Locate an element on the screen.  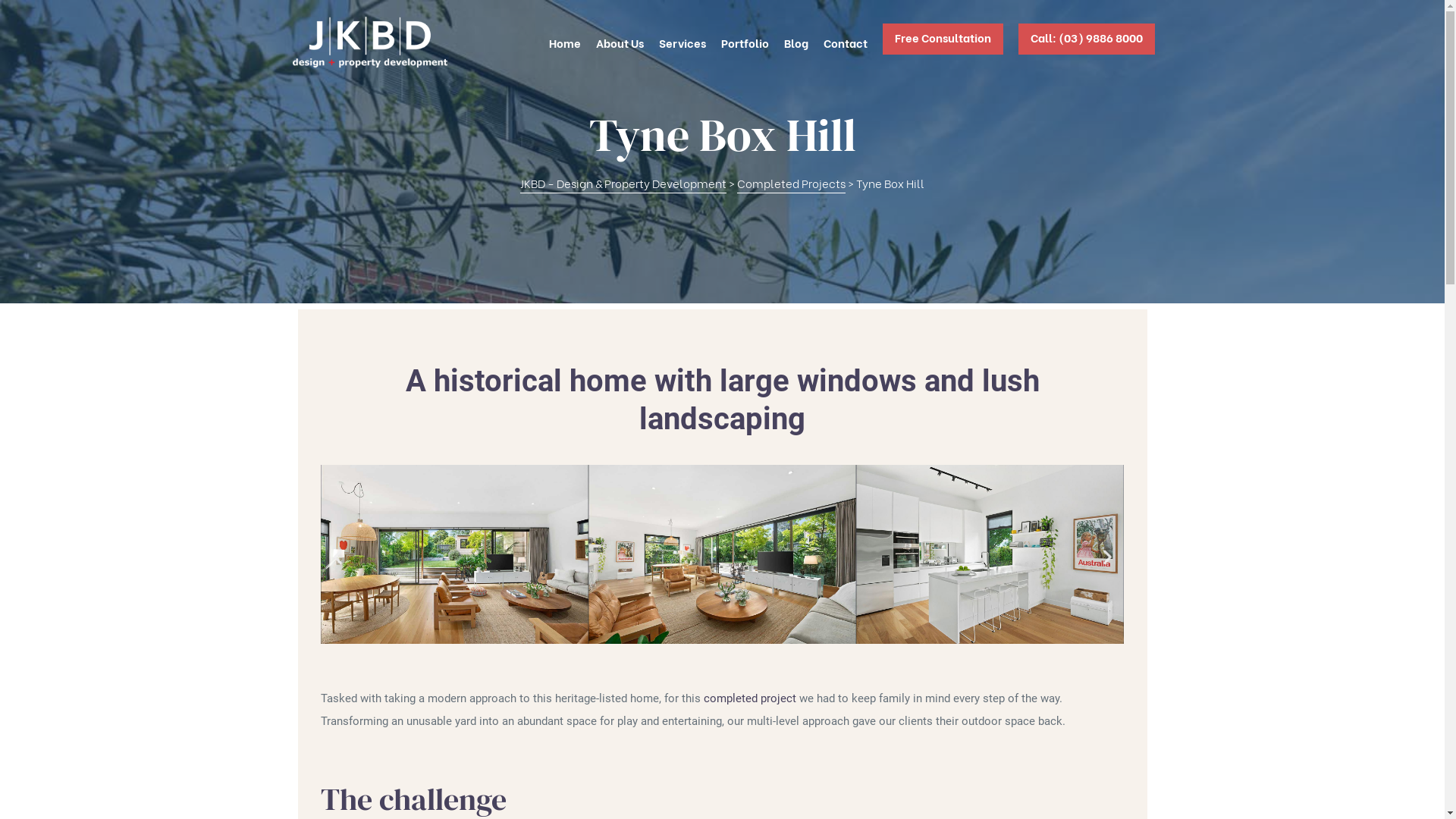
'Portfolio' is located at coordinates (720, 42).